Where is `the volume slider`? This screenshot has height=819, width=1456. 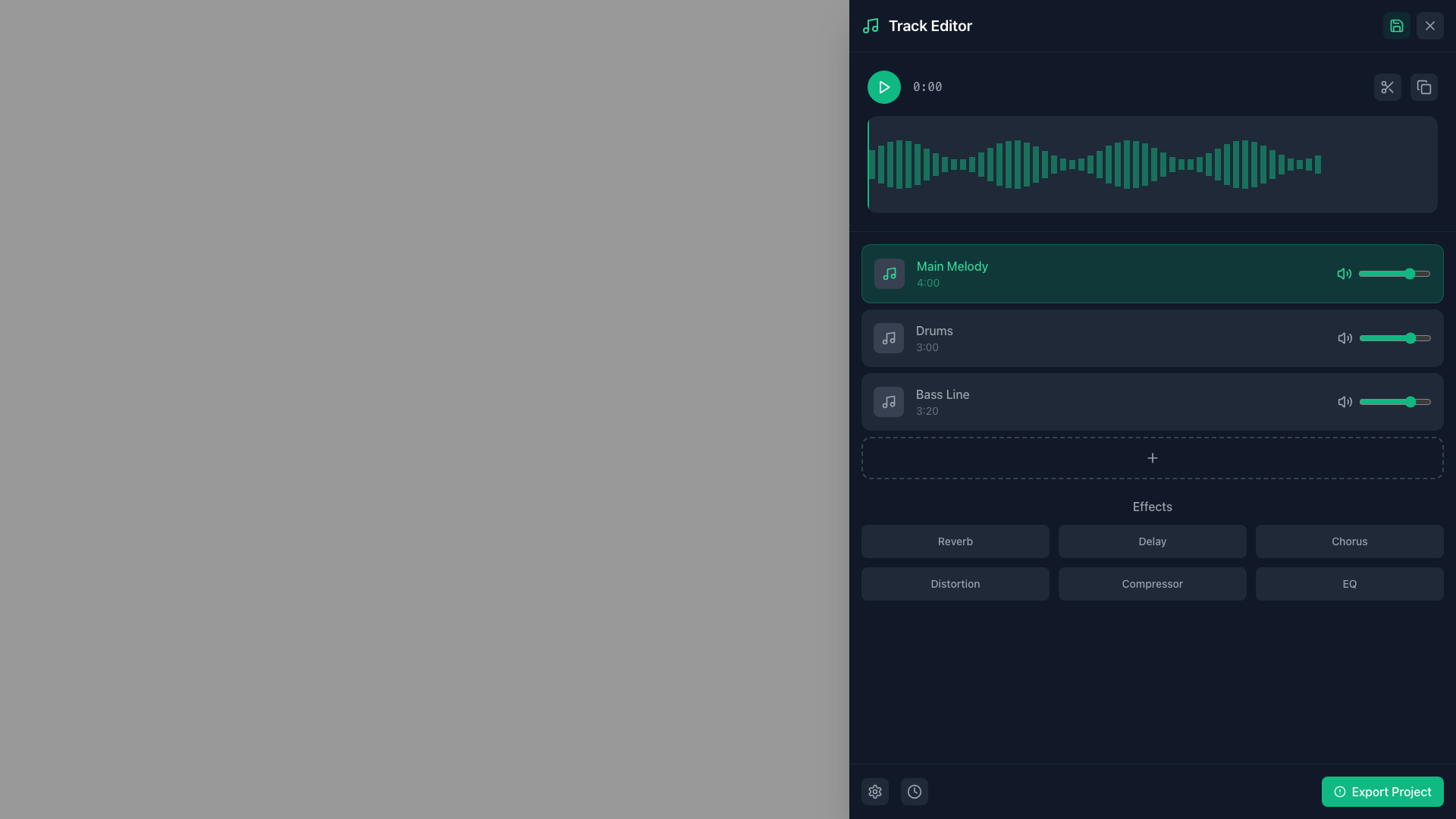 the volume slider is located at coordinates (1397, 274).